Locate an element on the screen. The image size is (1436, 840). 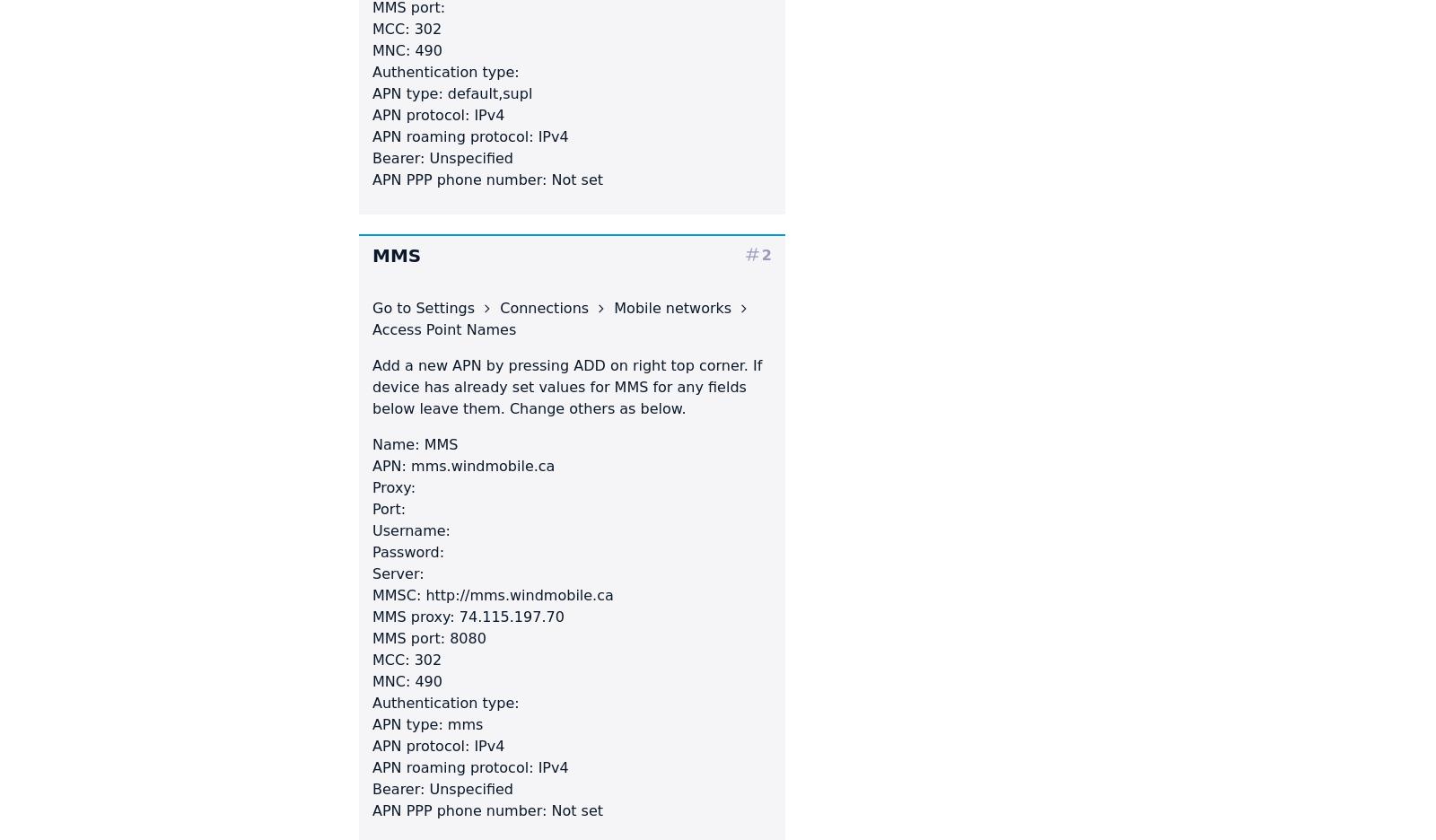
'2' is located at coordinates (760, 254).